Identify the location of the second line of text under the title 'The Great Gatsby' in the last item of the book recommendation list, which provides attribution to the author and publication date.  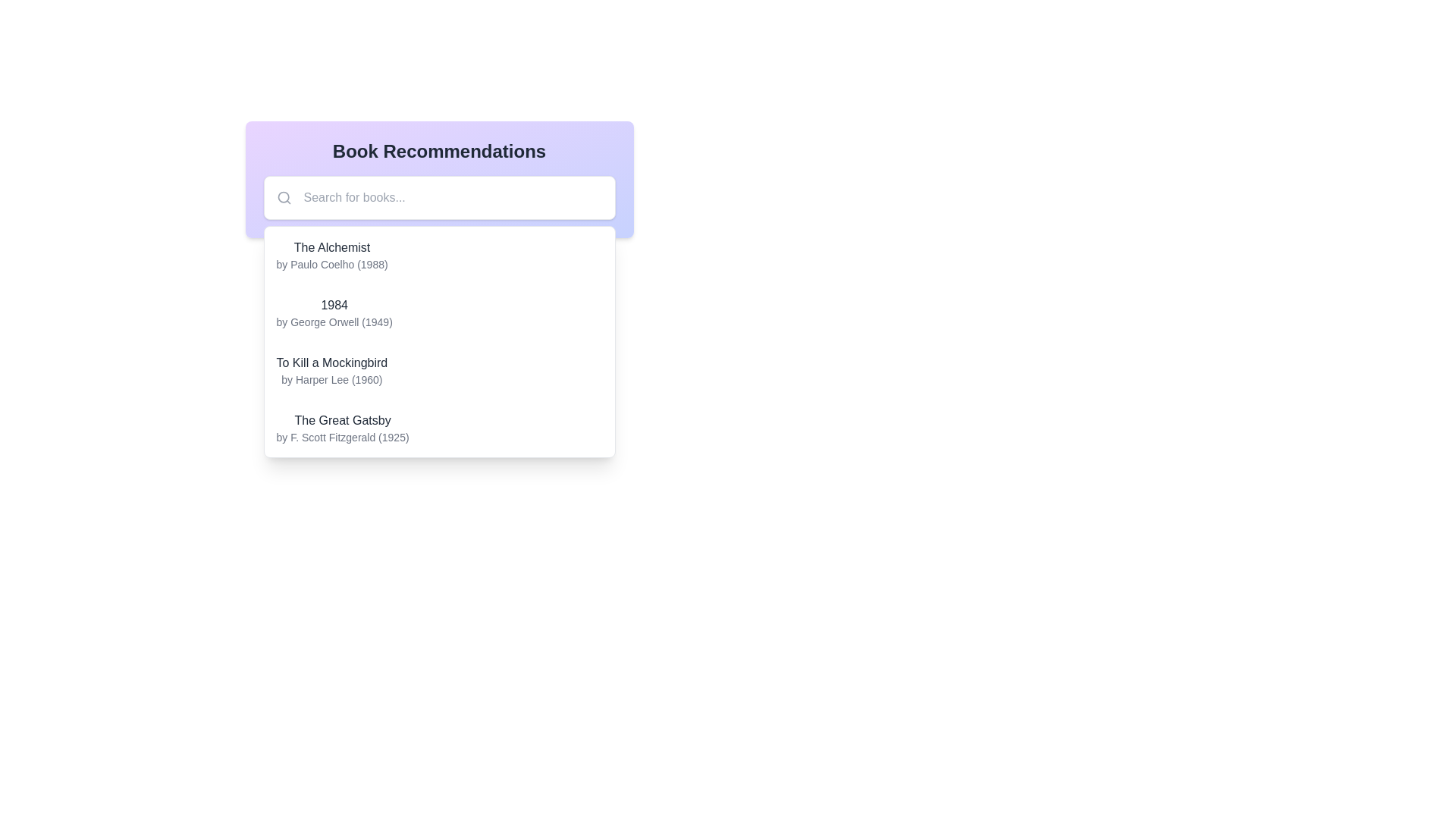
(341, 438).